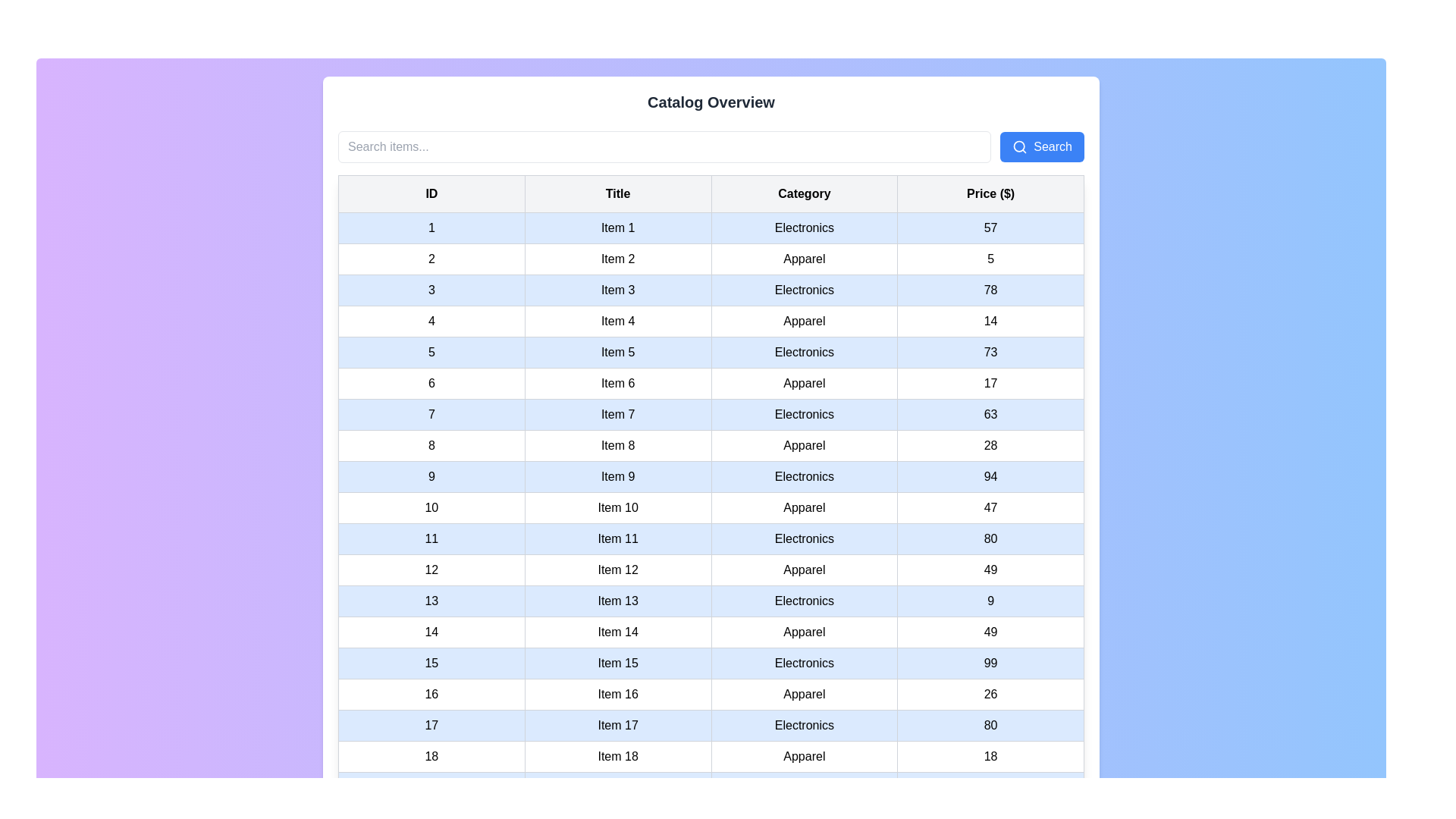 This screenshot has height=819, width=1456. What do you see at coordinates (803, 508) in the screenshot?
I see `the text label displaying 'Apparel' located in the 'Category' column, specifically in the row labeled 'Item 10', which is styled with padding, a light gray border, and a white background` at bounding box center [803, 508].